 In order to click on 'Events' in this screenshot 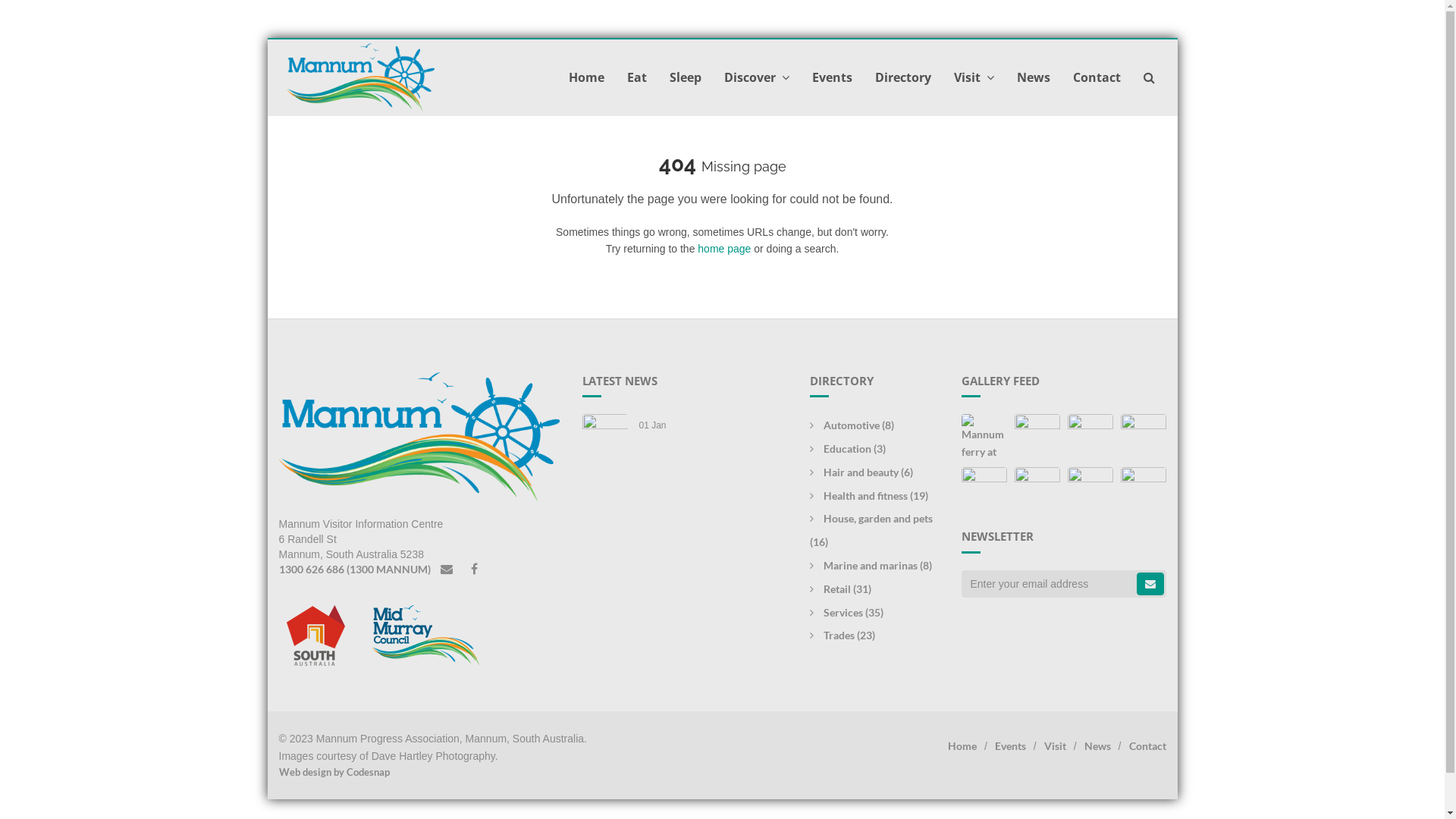, I will do `click(1010, 745)`.